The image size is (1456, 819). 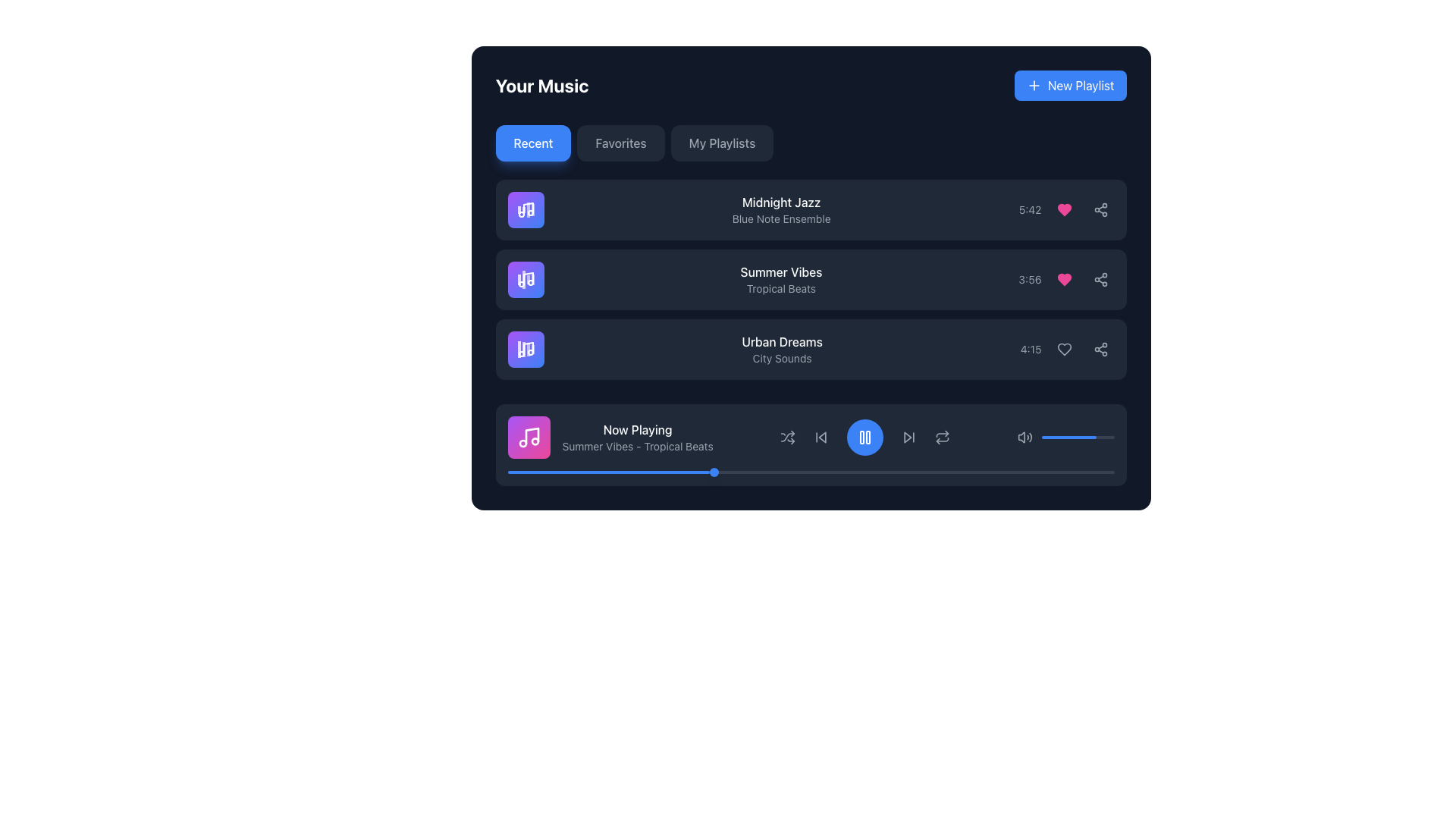 What do you see at coordinates (1100, 210) in the screenshot?
I see `the share button located to the far right of the row containing 'Midnight Jazz - 5:42', immediately following the heart-shaped button, to change its color` at bounding box center [1100, 210].